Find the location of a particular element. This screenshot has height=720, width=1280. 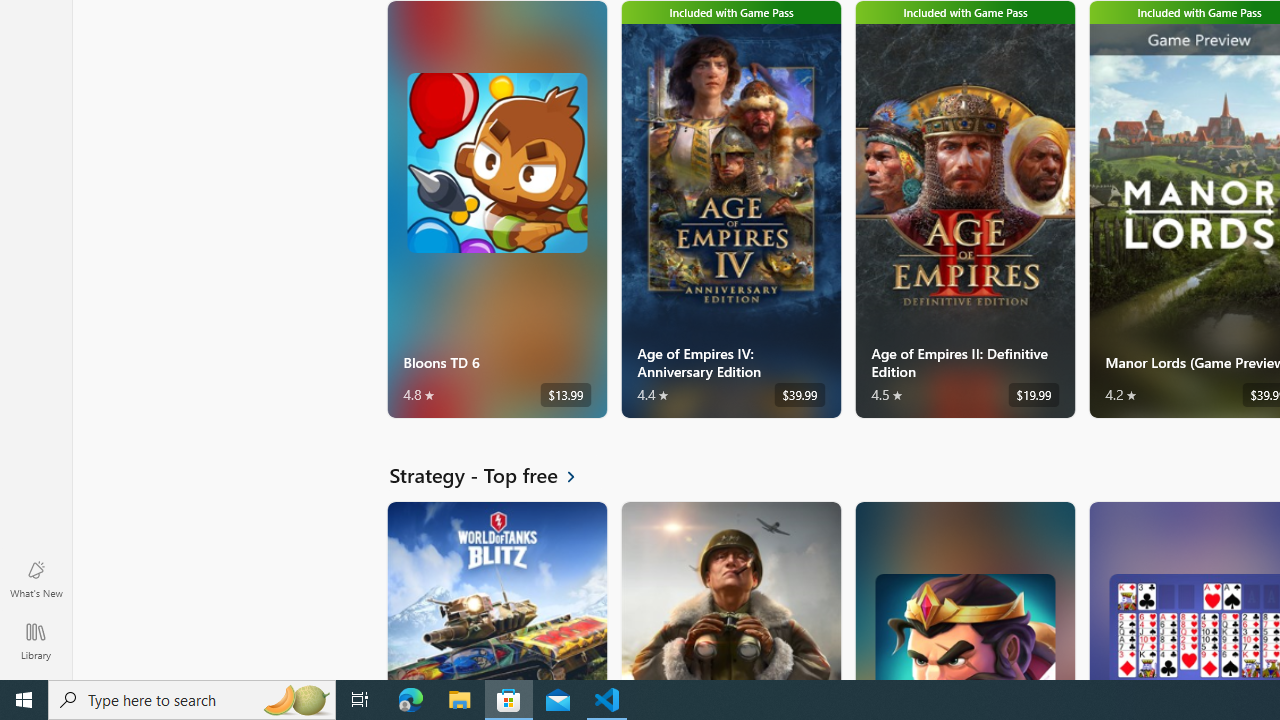

'What' is located at coordinates (35, 578).